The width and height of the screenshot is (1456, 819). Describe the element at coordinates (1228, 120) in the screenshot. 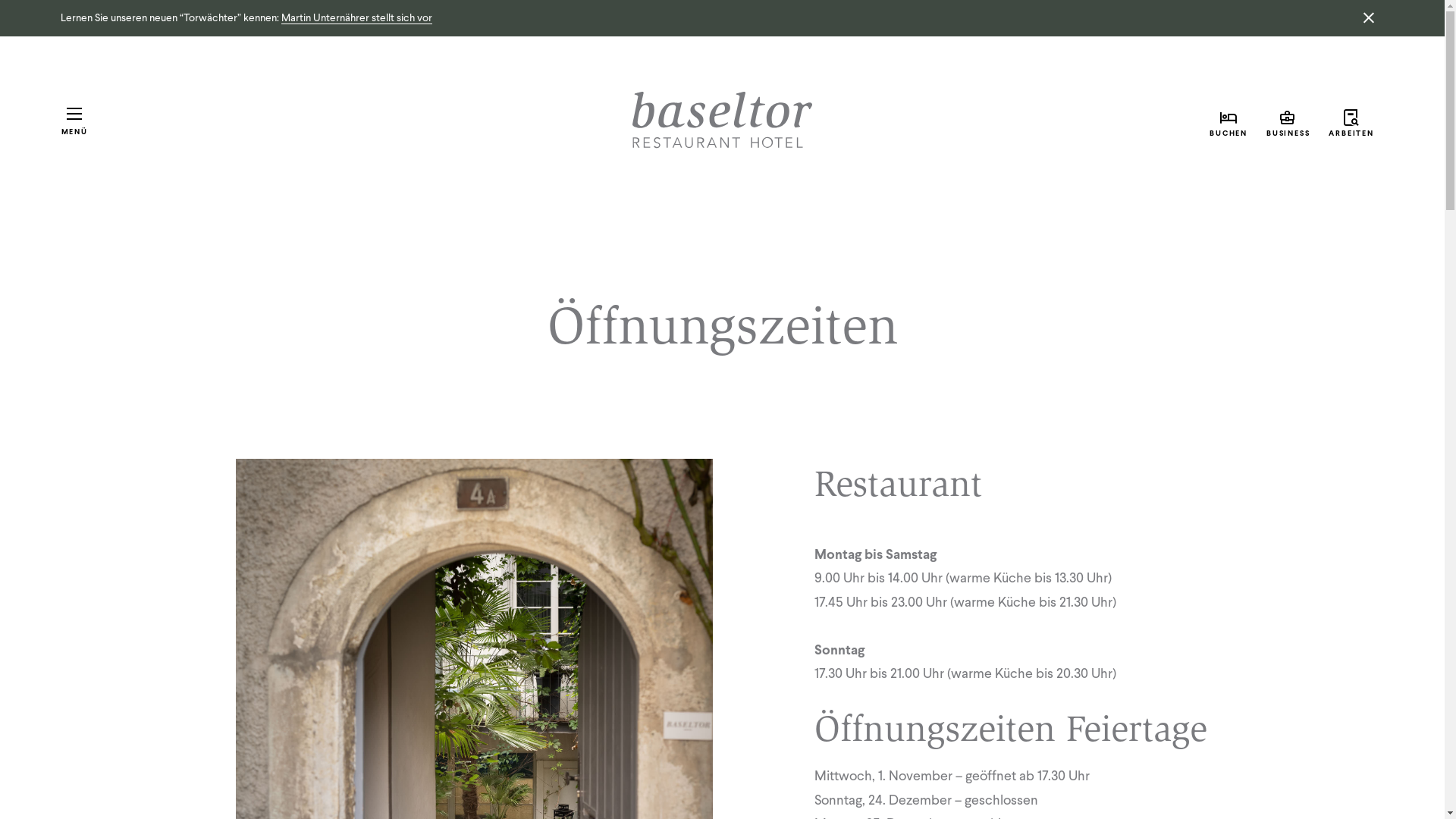

I see `'BUCHEN'` at that location.